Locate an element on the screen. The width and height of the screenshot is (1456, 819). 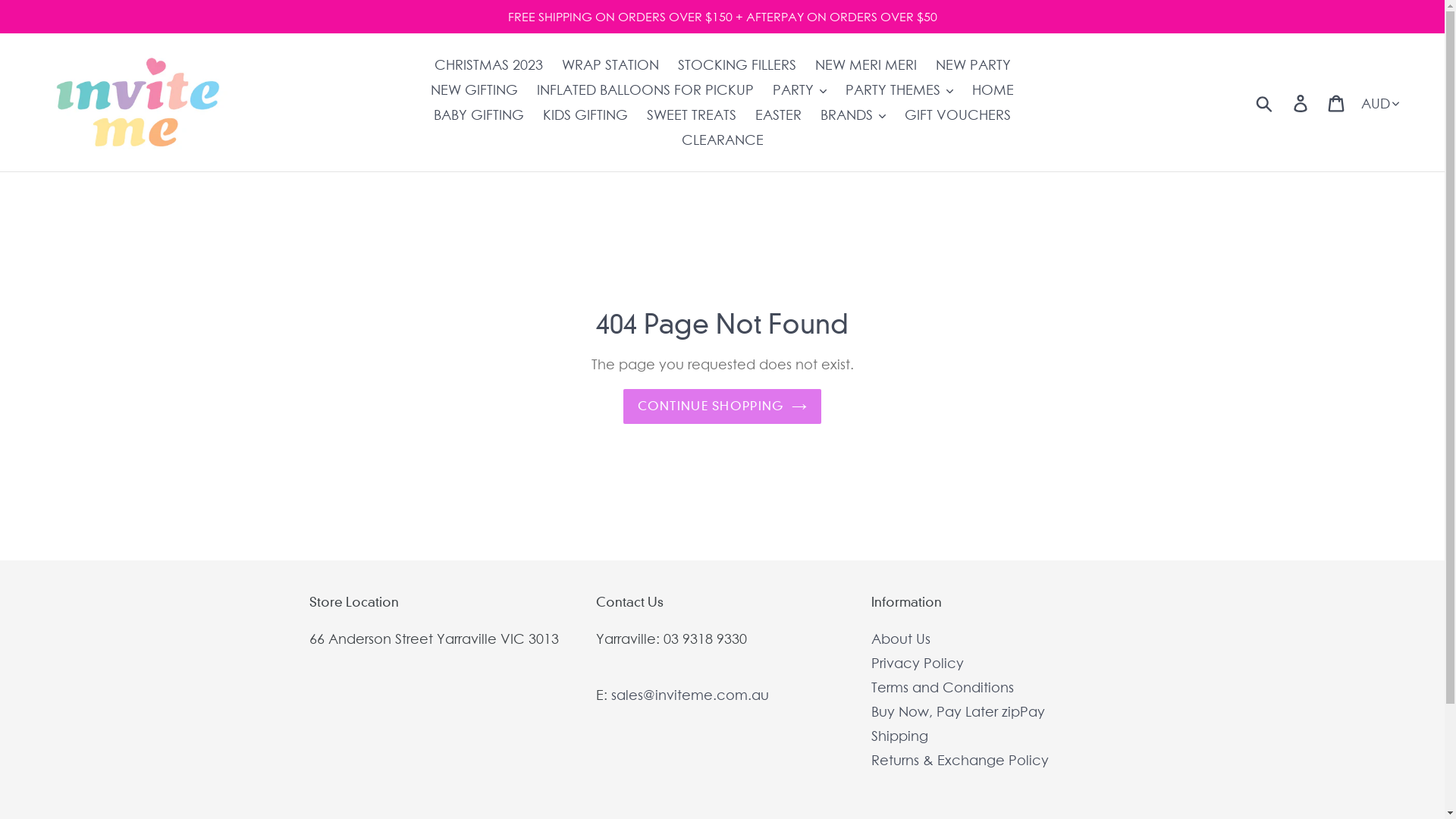
'sales@inviteme.com.au' is located at coordinates (689, 695).